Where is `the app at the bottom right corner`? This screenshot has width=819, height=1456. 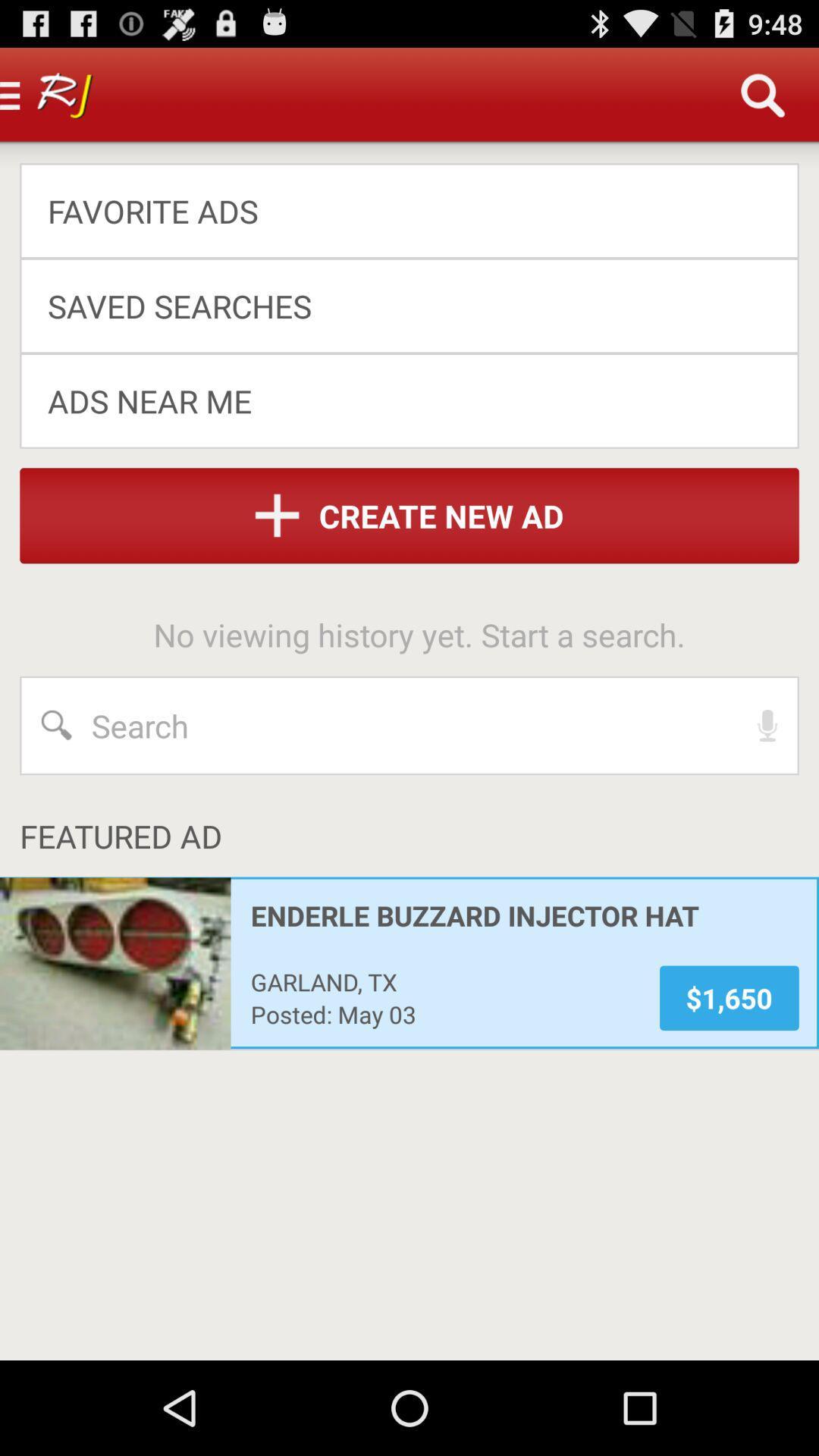
the app at the bottom right corner is located at coordinates (728, 998).